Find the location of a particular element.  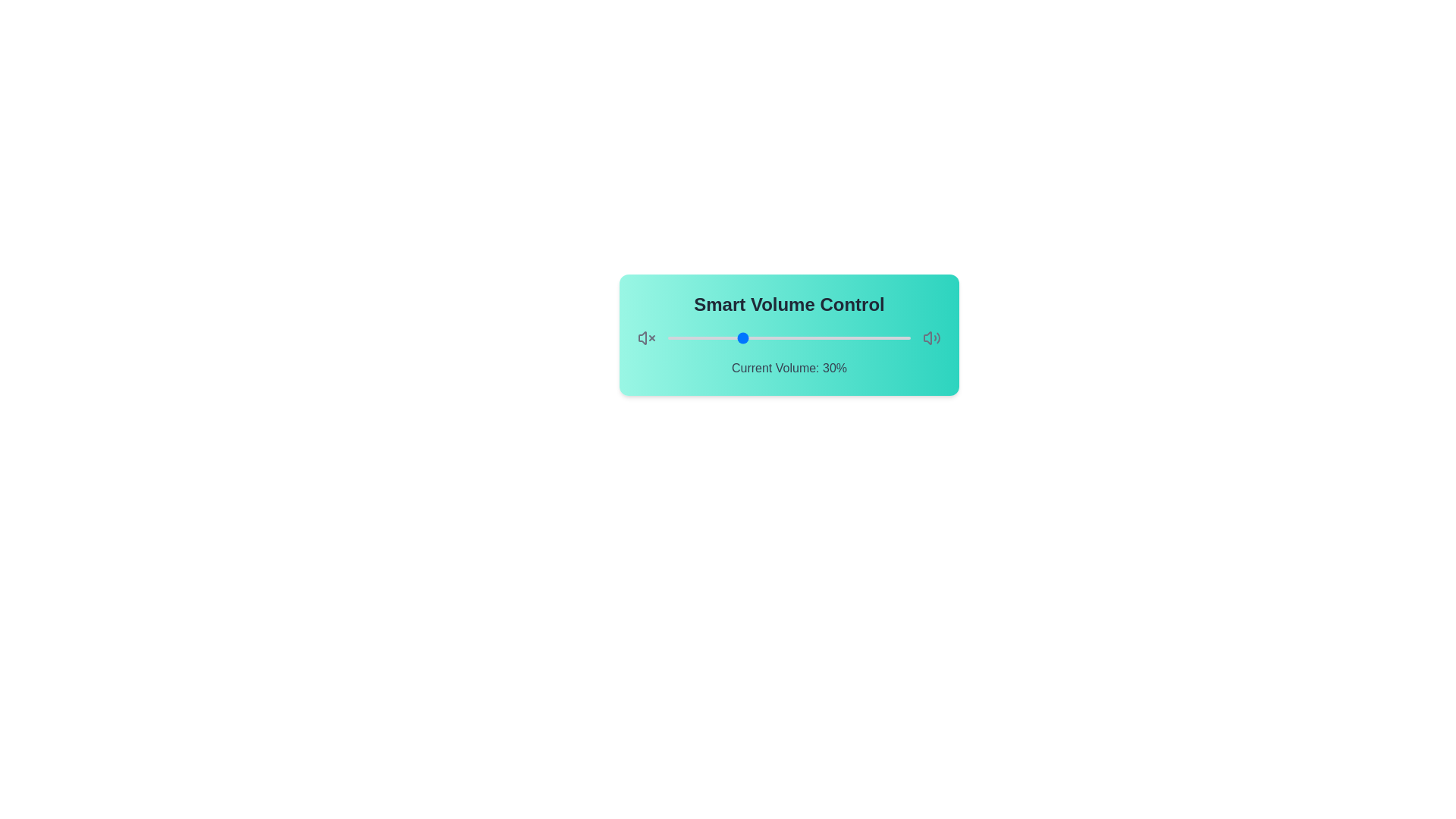

the volume slider to set the volume to 70% is located at coordinates (836, 337).